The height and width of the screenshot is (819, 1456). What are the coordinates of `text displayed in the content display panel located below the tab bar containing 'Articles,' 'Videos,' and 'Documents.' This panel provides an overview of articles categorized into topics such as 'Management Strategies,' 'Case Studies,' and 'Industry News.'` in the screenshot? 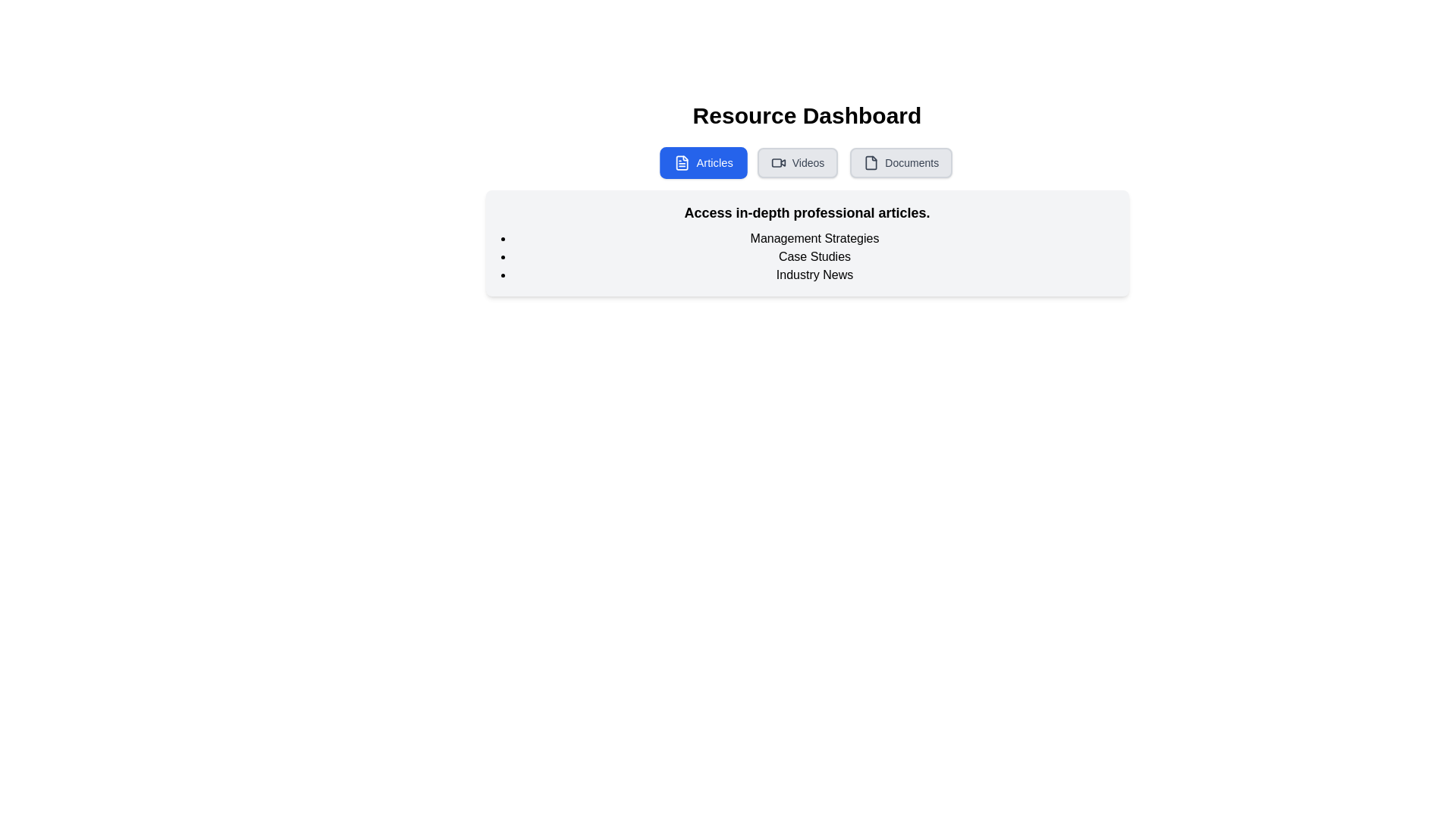 It's located at (806, 242).